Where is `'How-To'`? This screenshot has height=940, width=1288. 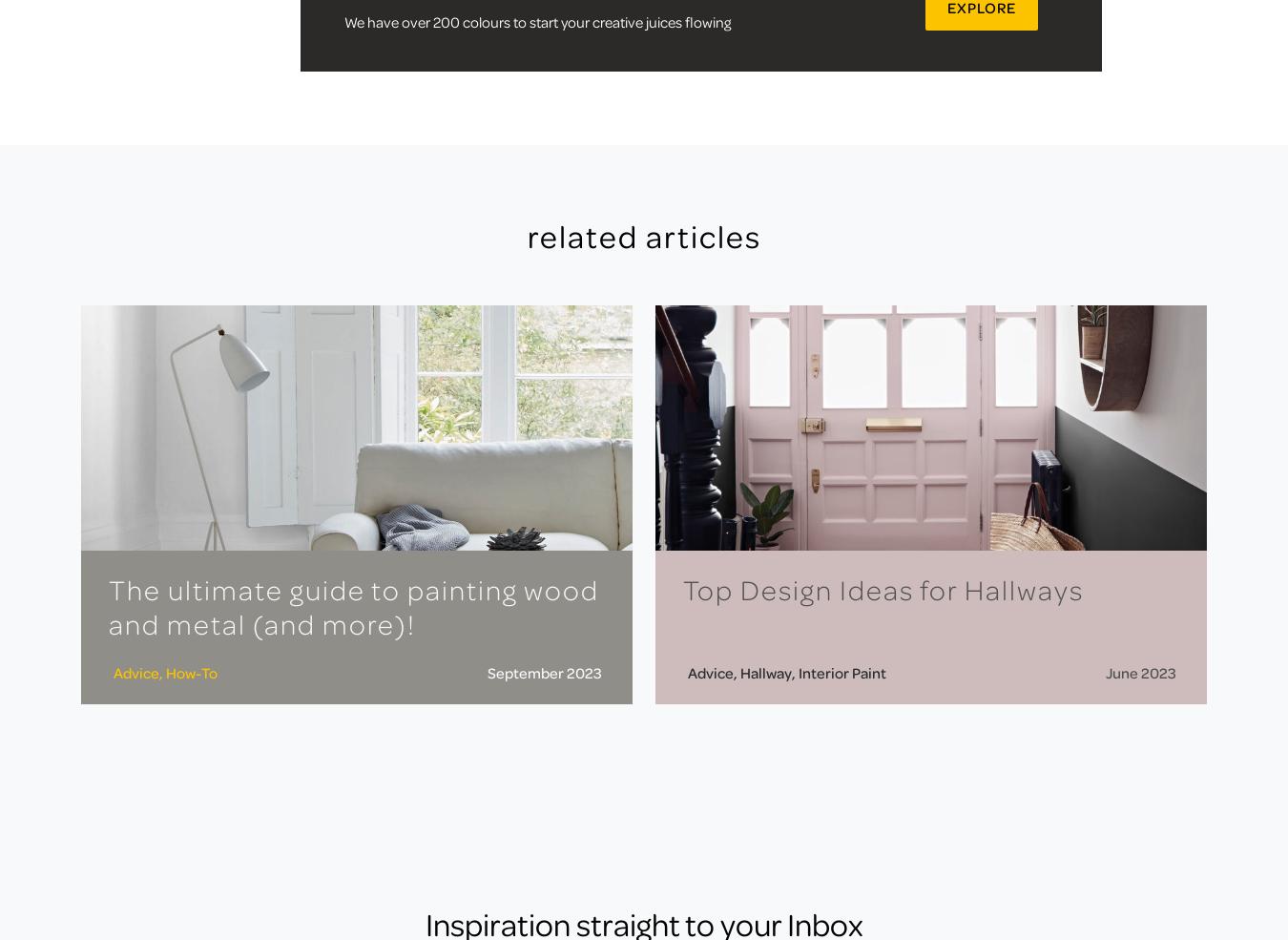
'How-To' is located at coordinates (190, 671).